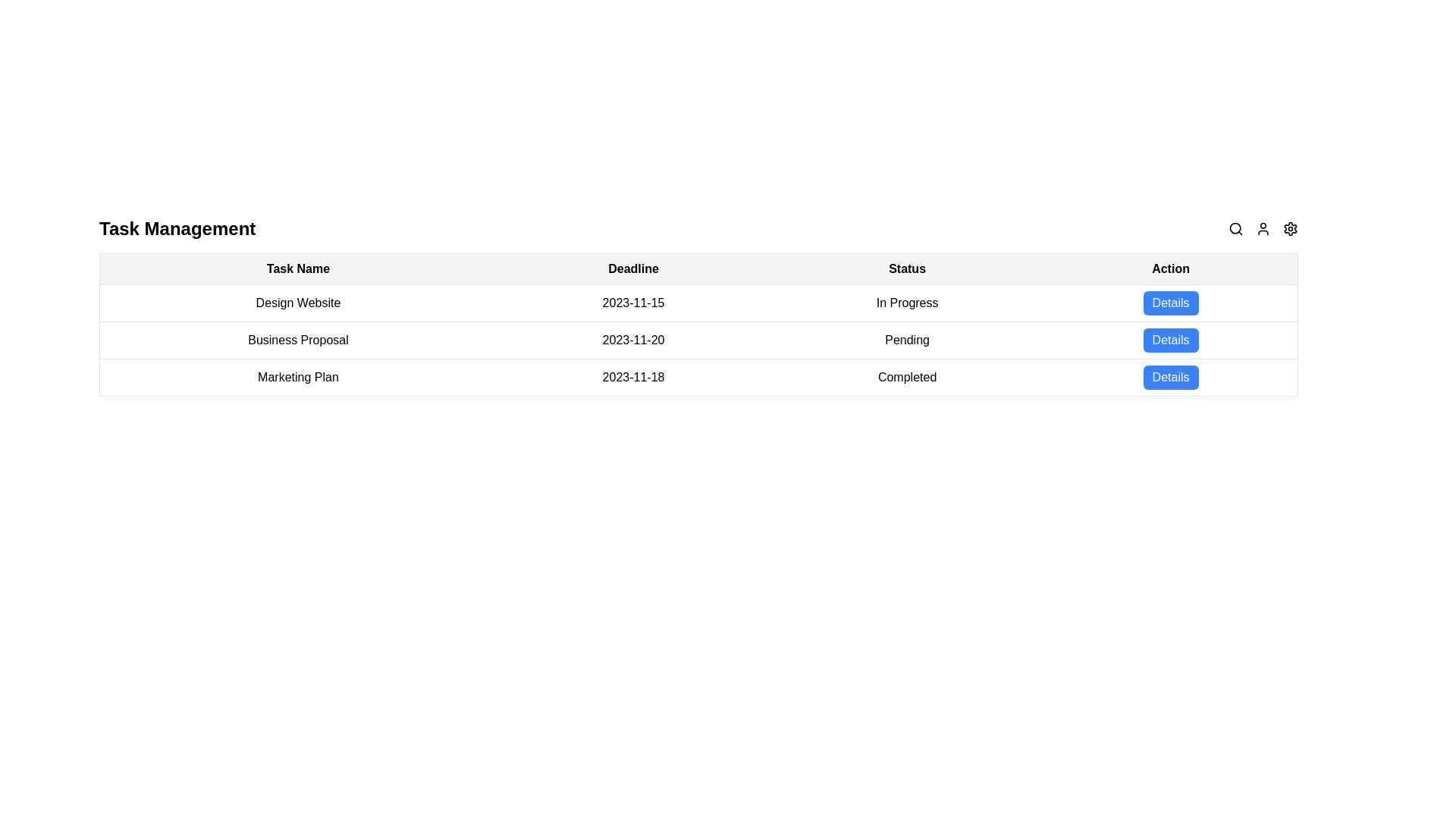 This screenshot has width=1456, height=819. Describe the element at coordinates (633, 376) in the screenshot. I see `the Table Cell Text displaying the deadline '2023-11-18' located in the third row of the table under the 'Deadline' column` at that location.